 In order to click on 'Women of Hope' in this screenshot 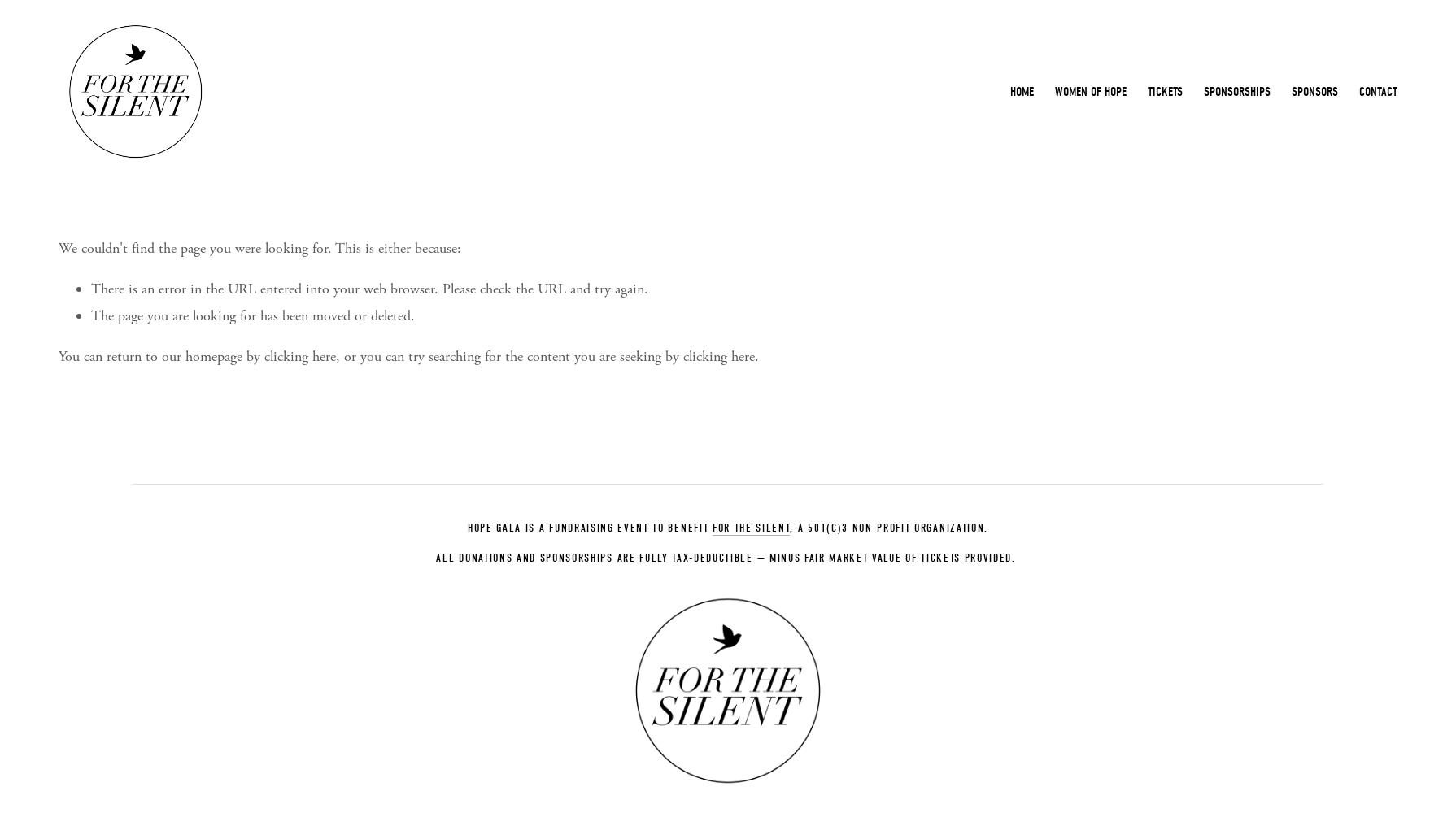, I will do `click(1055, 91)`.